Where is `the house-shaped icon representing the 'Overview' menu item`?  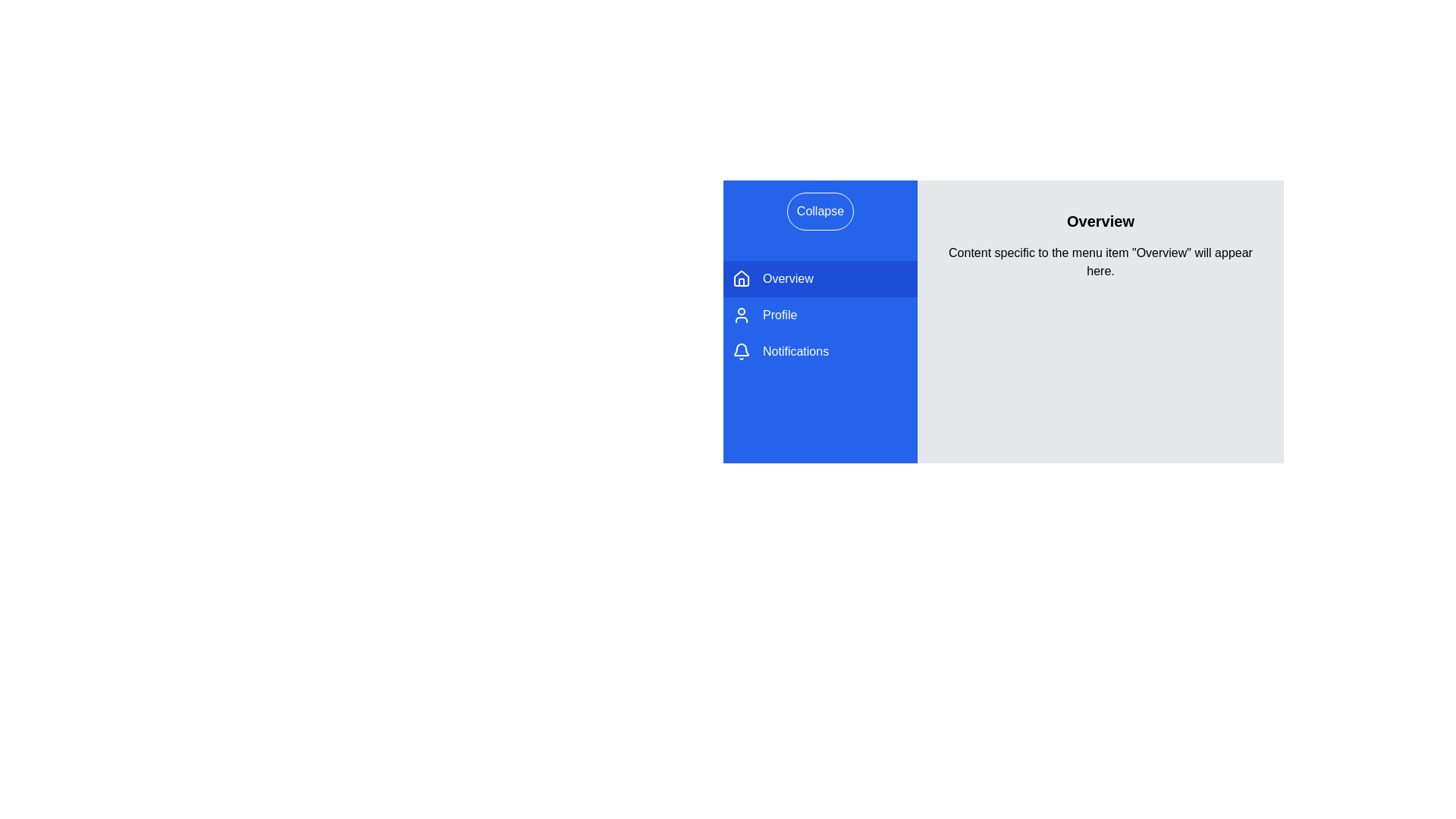
the house-shaped icon representing the 'Overview' menu item is located at coordinates (742, 278).